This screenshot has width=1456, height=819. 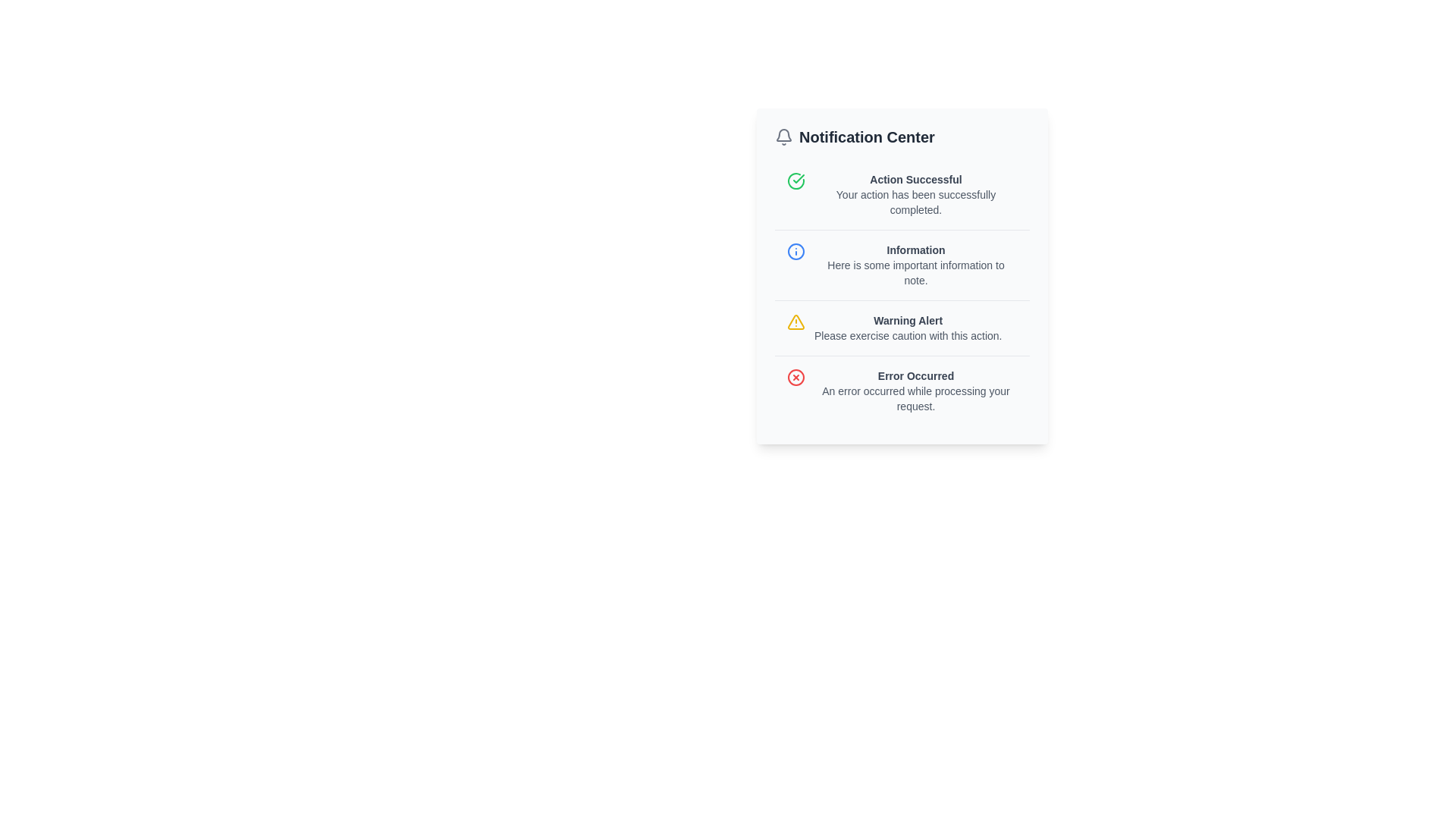 What do you see at coordinates (915, 397) in the screenshot?
I see `the light gray text label displaying the error message 'An error occurred while processing your request.' located below the bolded title 'Error Occurred'` at bounding box center [915, 397].